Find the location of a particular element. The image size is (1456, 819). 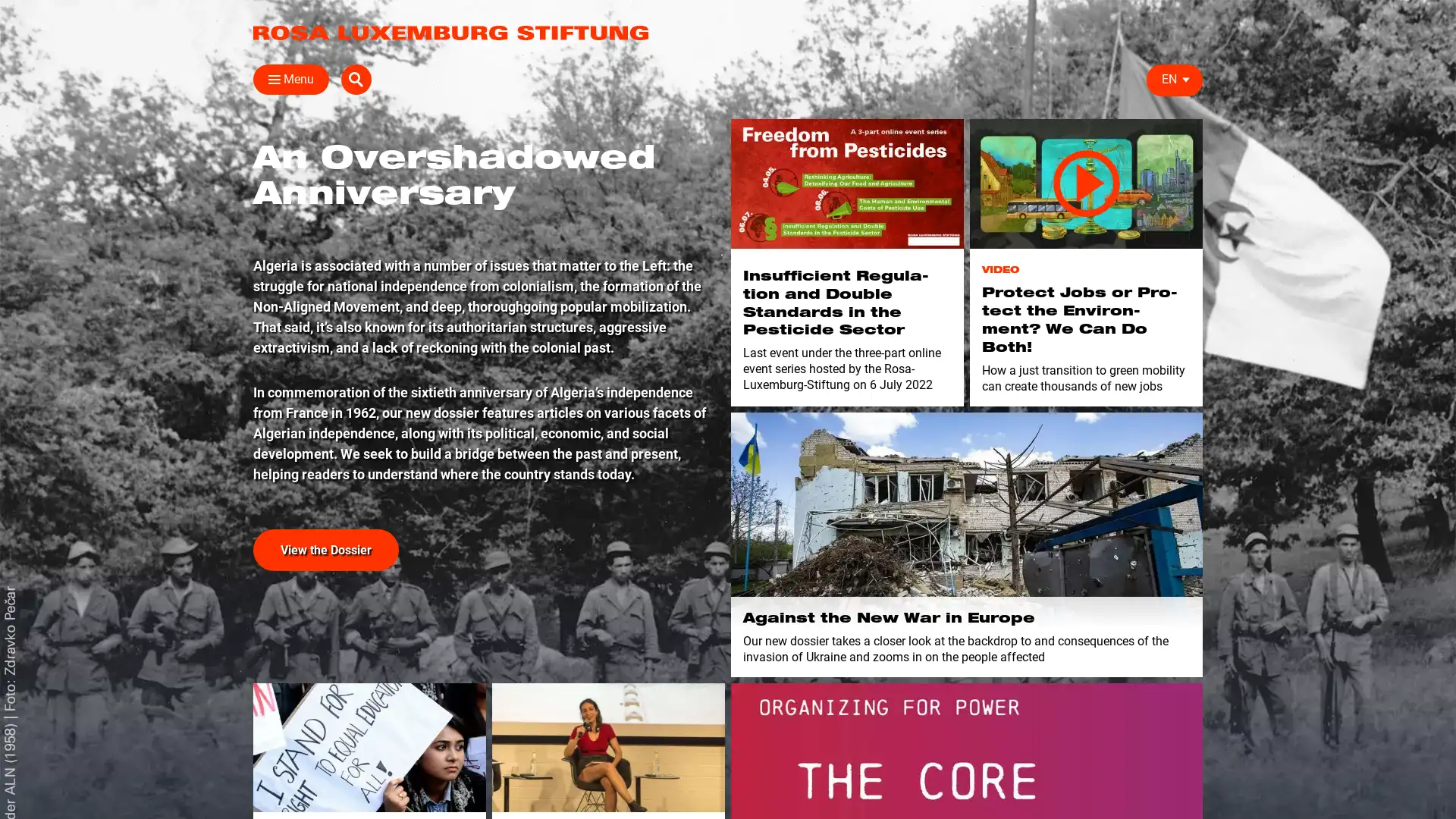

Show more / less is located at coordinates (483, 299).